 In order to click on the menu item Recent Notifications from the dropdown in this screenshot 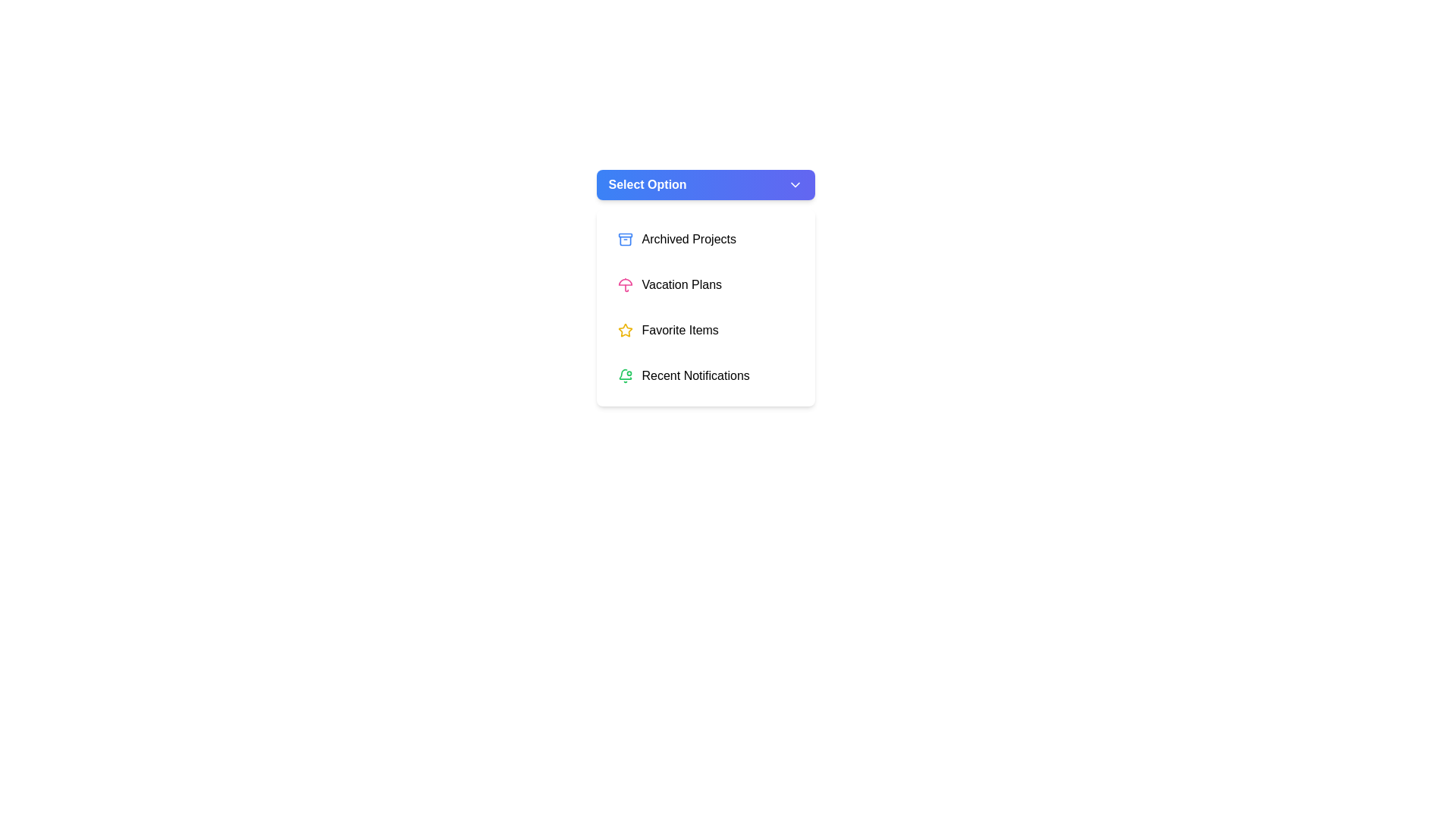, I will do `click(704, 375)`.